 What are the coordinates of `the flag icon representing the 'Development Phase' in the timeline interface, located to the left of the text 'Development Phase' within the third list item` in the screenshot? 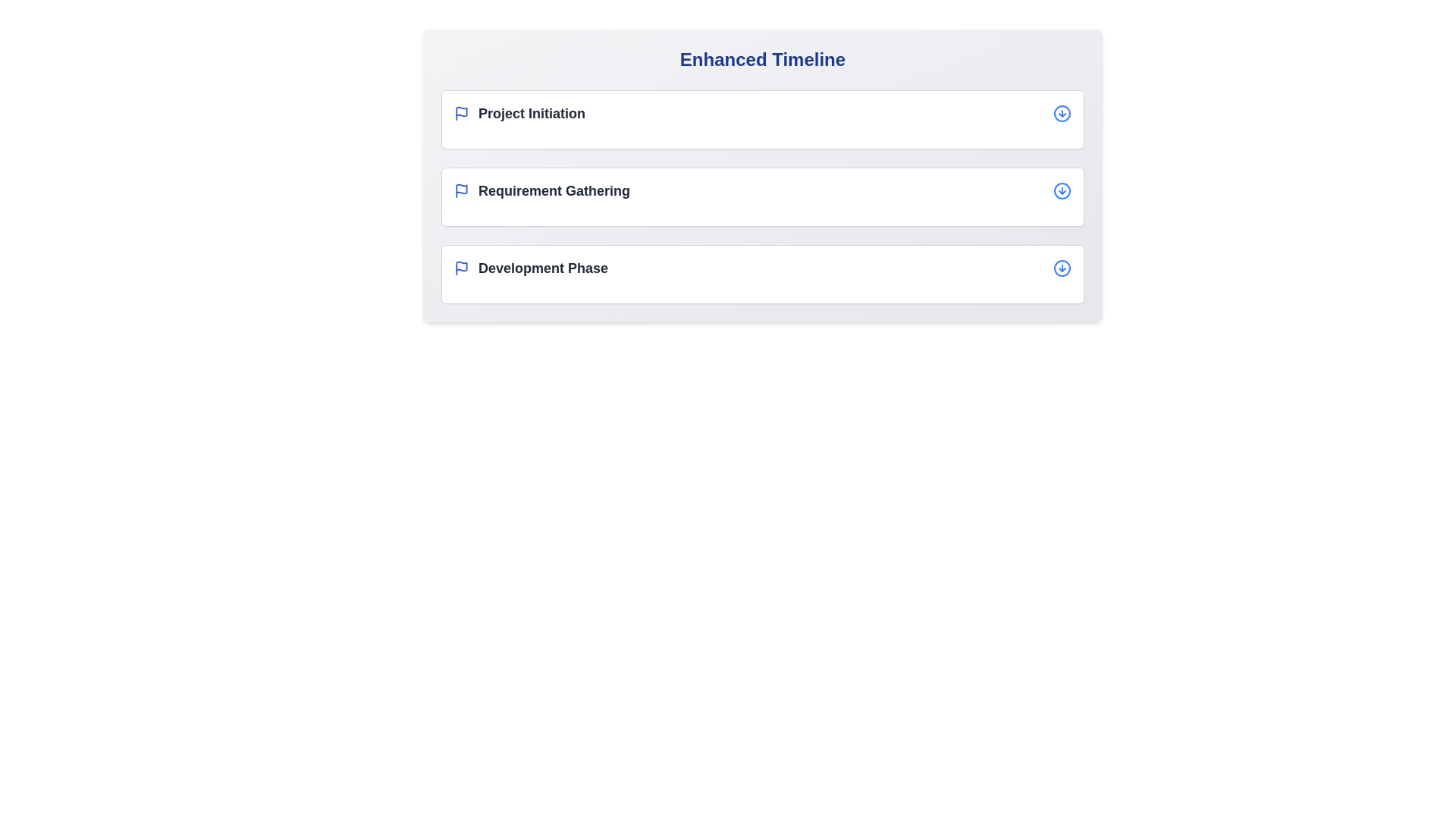 It's located at (461, 268).